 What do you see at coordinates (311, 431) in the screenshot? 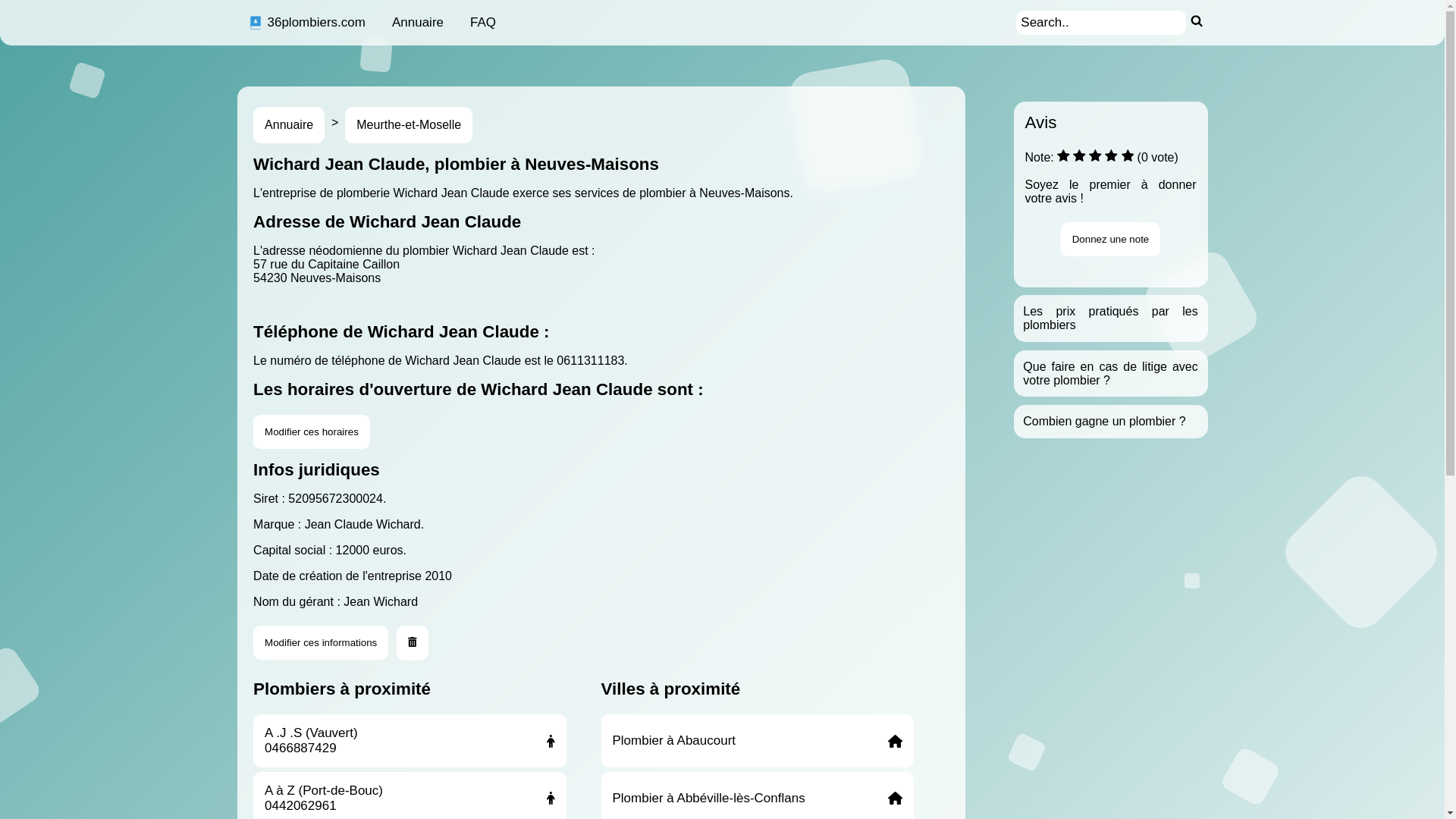
I see `'Modifier ces horaires'` at bounding box center [311, 431].